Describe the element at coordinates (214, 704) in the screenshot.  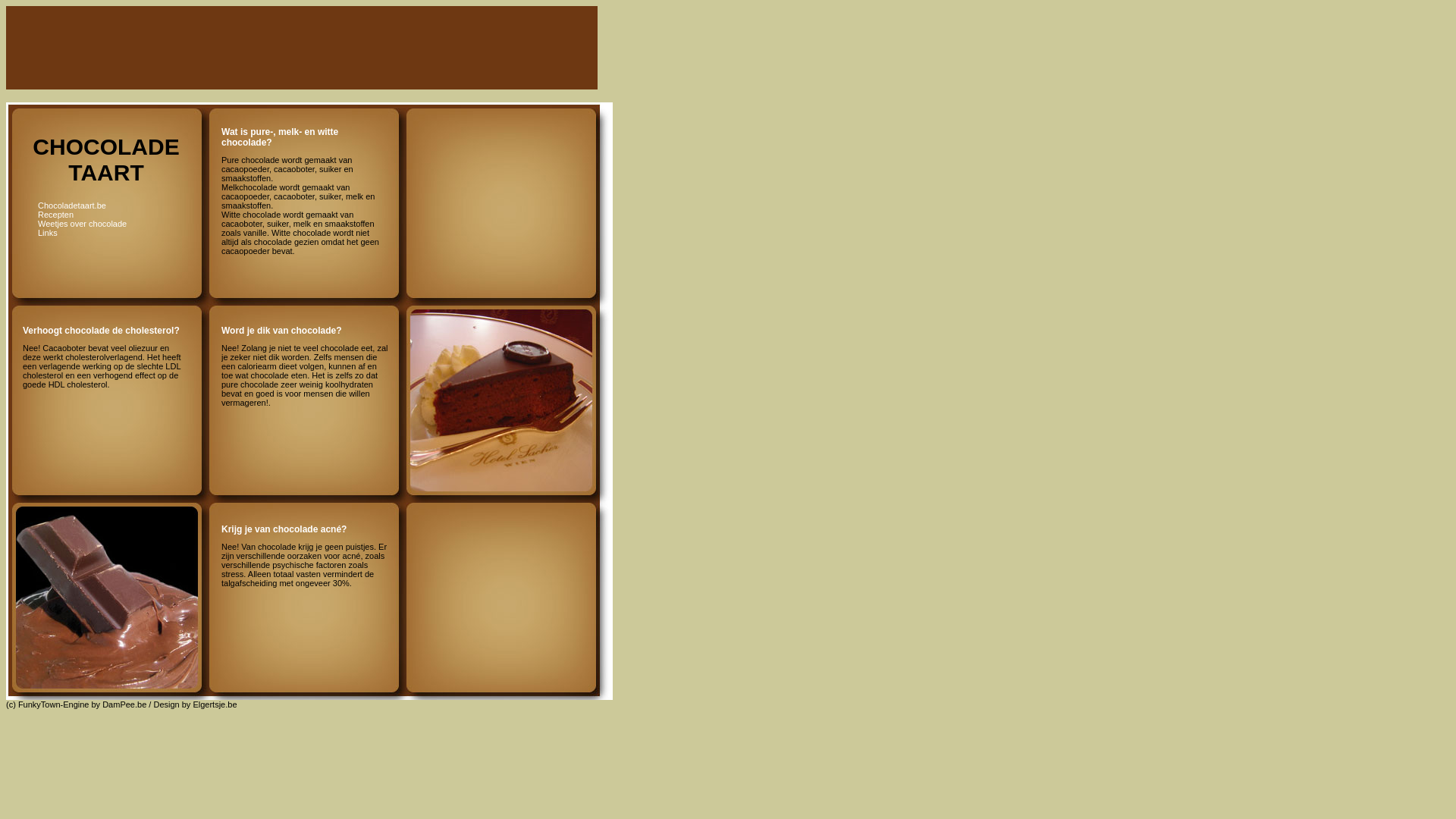
I see `'Elgertsje.be'` at that location.